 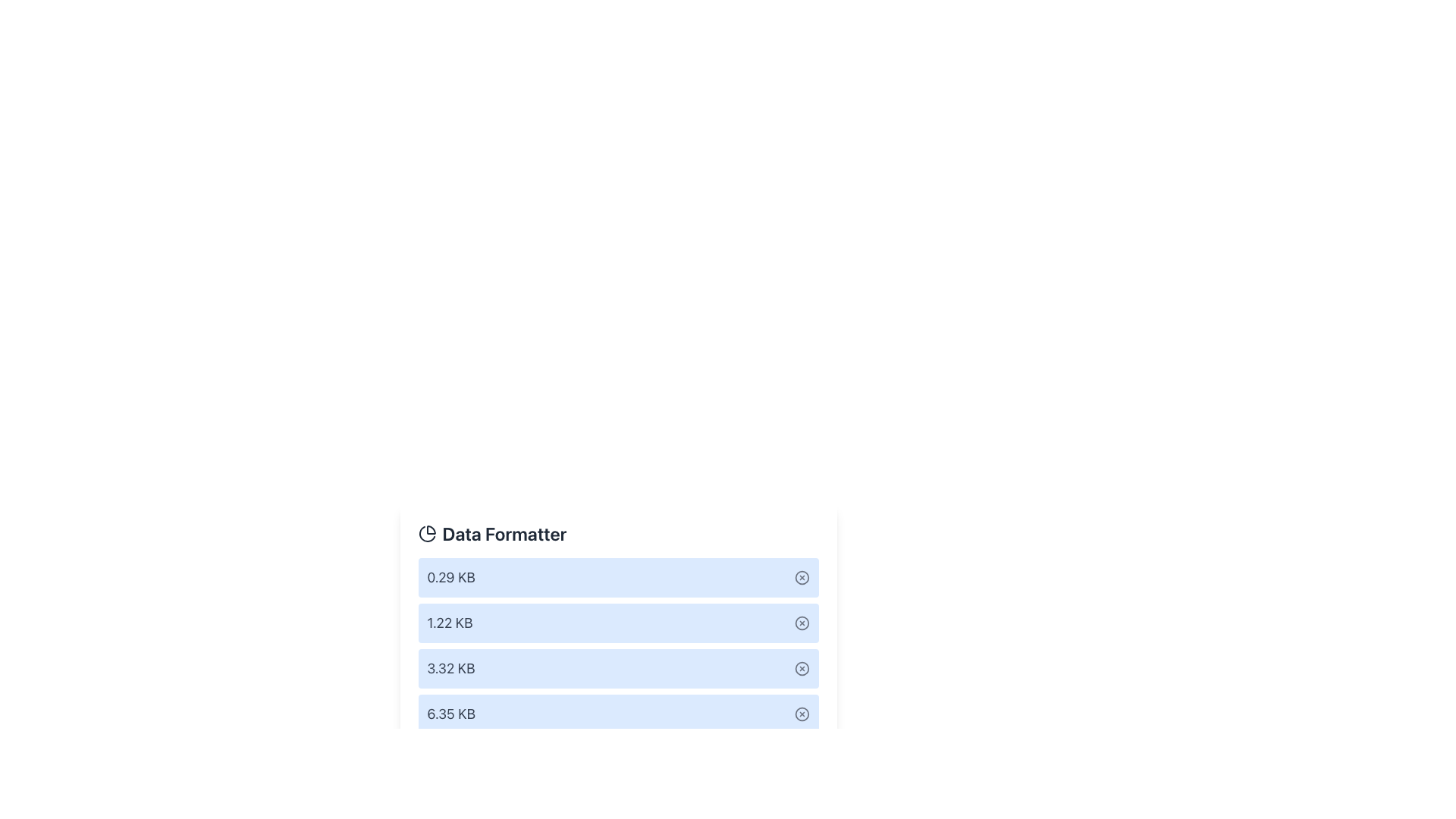 What do you see at coordinates (430, 529) in the screenshot?
I see `the upper-right curve of the pie chart icon, which is characterized by a dark stroke color and is part of a two-segment pie chart` at bounding box center [430, 529].